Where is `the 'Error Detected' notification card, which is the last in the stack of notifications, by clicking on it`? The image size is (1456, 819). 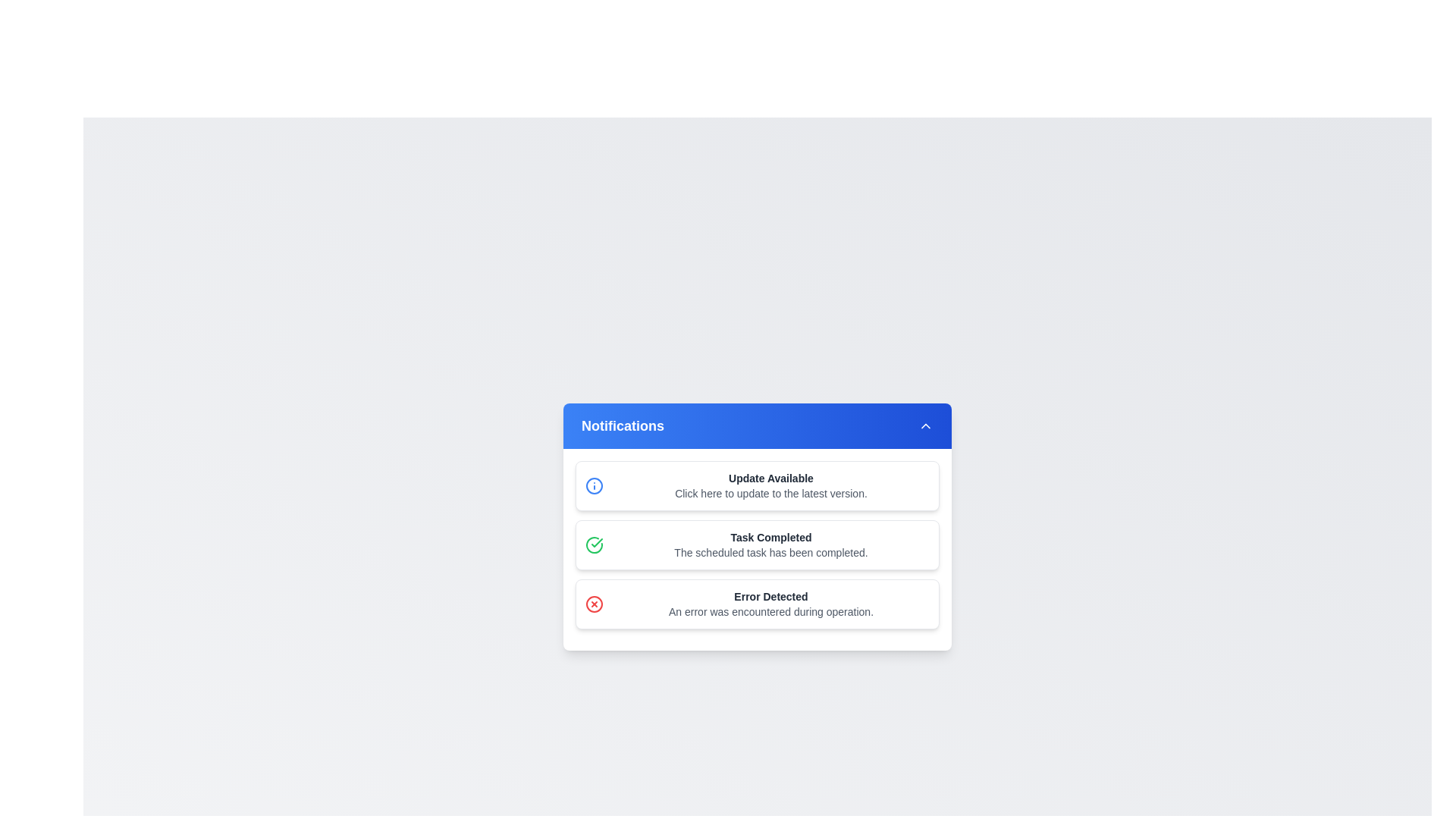
the 'Error Detected' notification card, which is the last in the stack of notifications, by clicking on it is located at coordinates (771, 604).